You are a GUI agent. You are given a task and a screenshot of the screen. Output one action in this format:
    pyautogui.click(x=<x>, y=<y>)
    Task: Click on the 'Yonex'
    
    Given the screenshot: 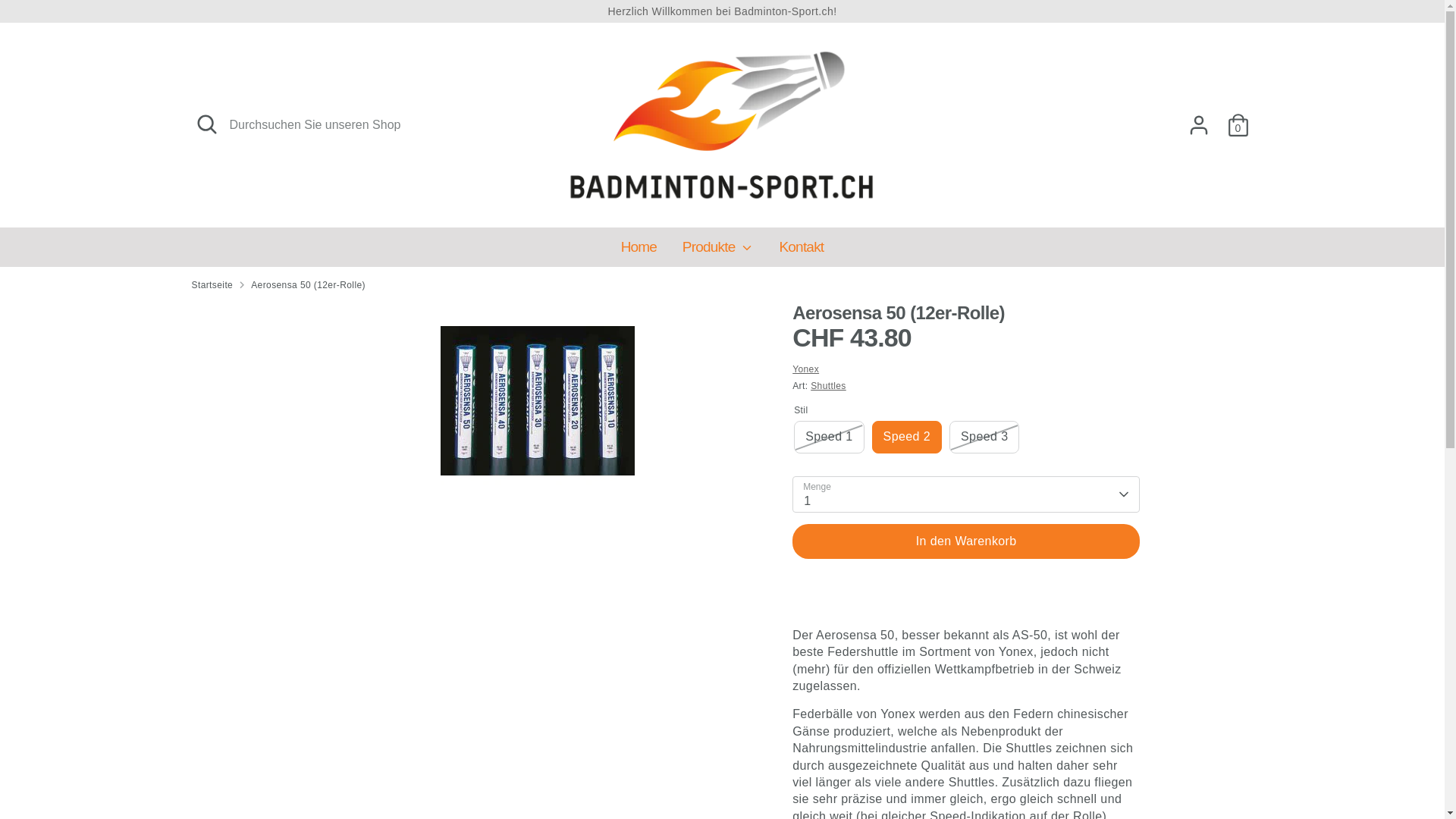 What is the action you would take?
    pyautogui.click(x=805, y=369)
    